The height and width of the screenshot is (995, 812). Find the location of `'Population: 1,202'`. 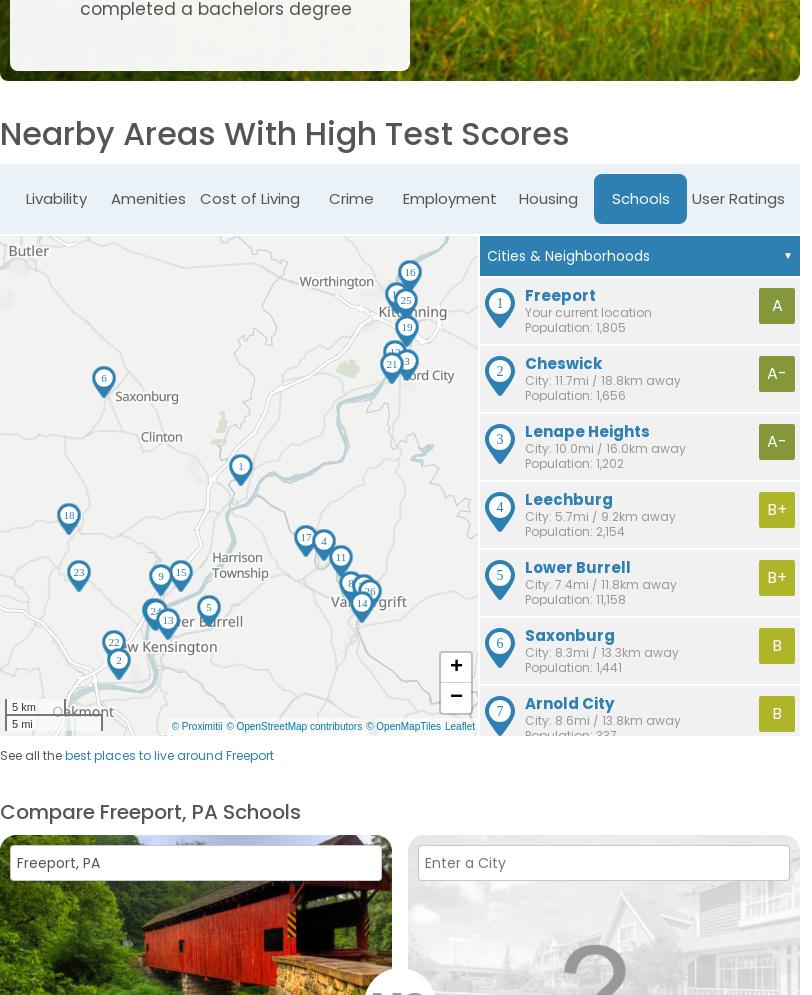

'Population: 1,202' is located at coordinates (574, 463).